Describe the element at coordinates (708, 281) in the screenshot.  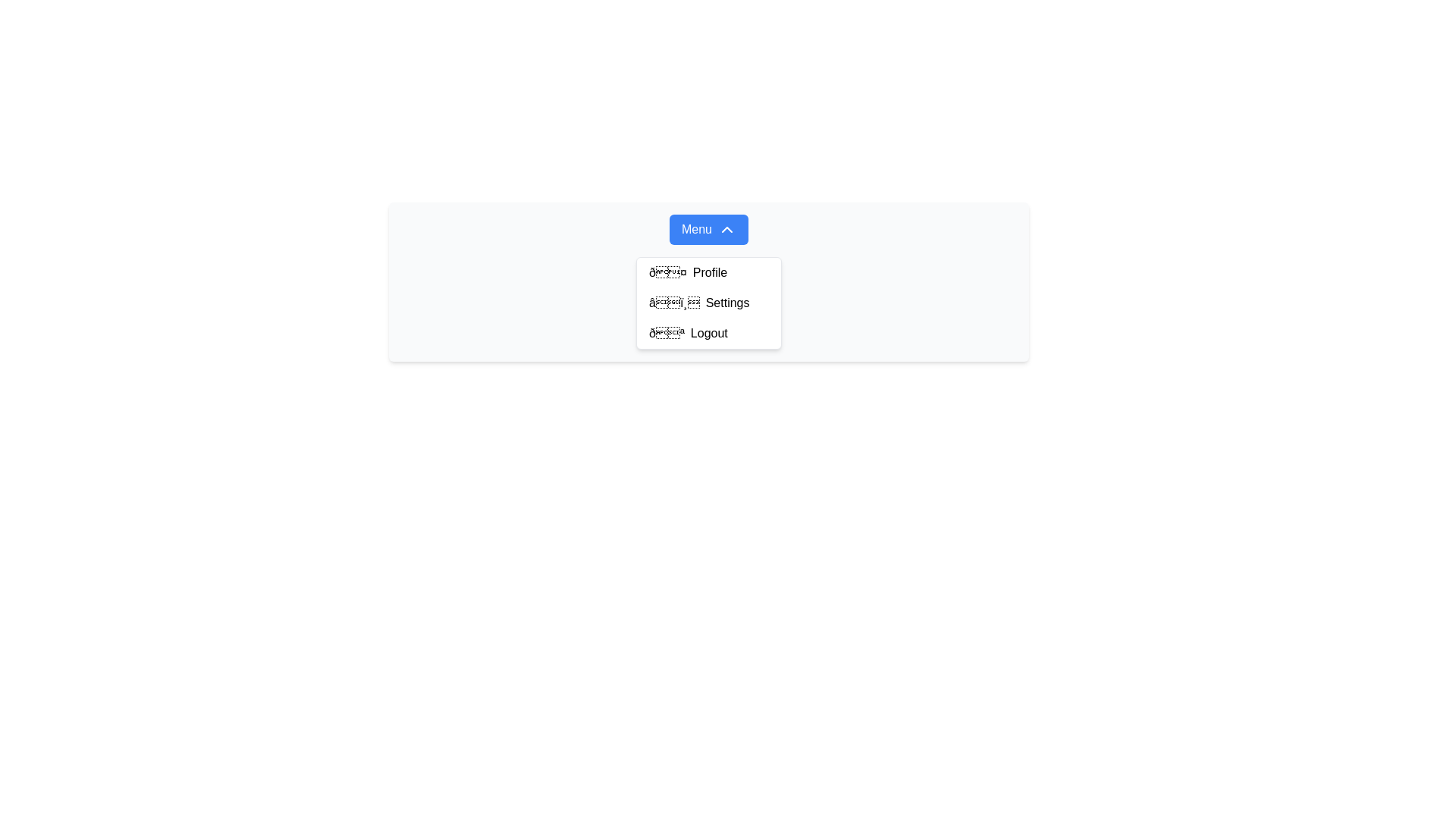
I see `the 'Settings' option` at that location.